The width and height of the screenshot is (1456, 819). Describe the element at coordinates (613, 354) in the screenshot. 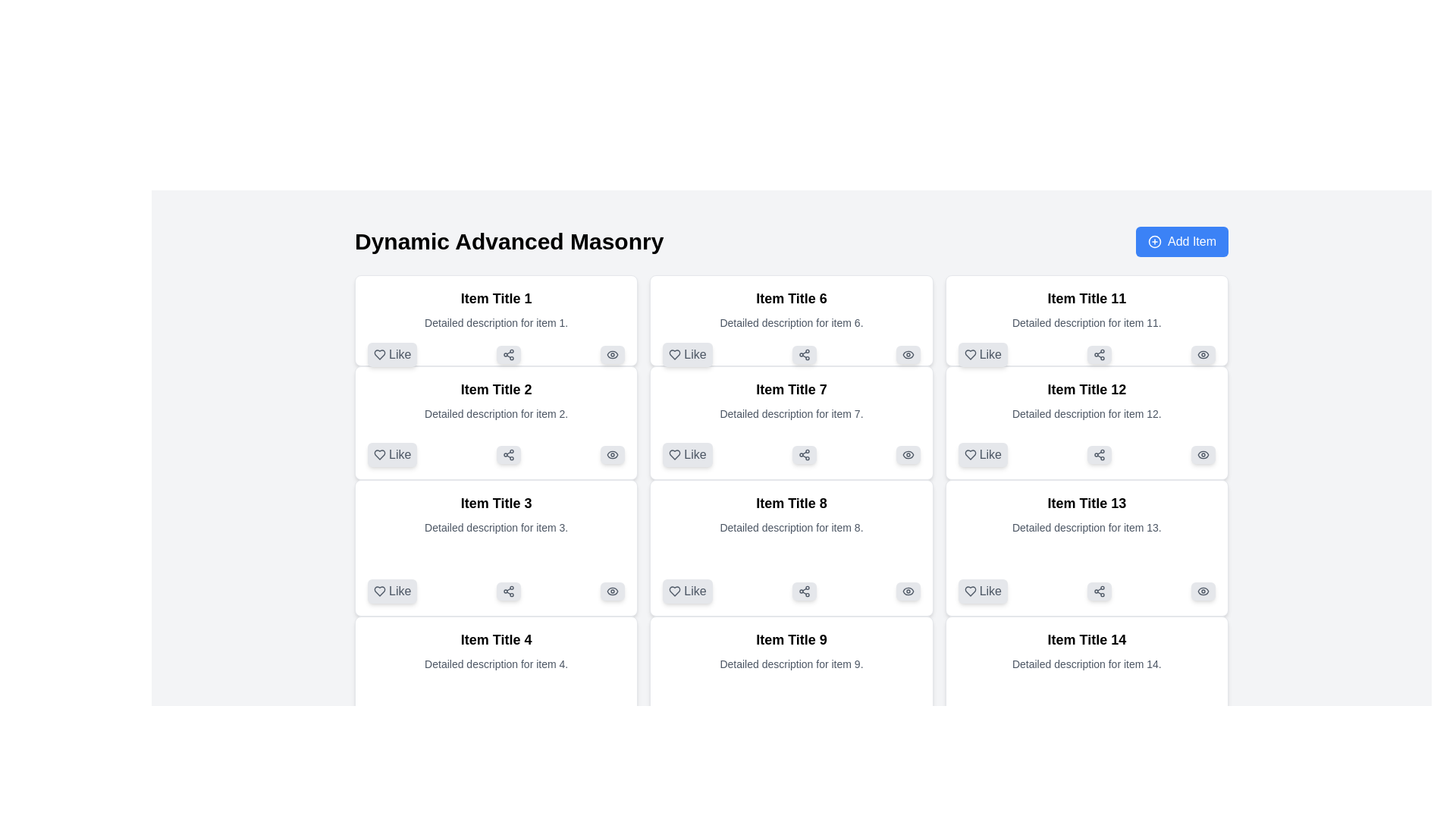

I see `the visibility toggle icon located in the lower right corner of the first card labeled 'Item Title 1'` at that location.